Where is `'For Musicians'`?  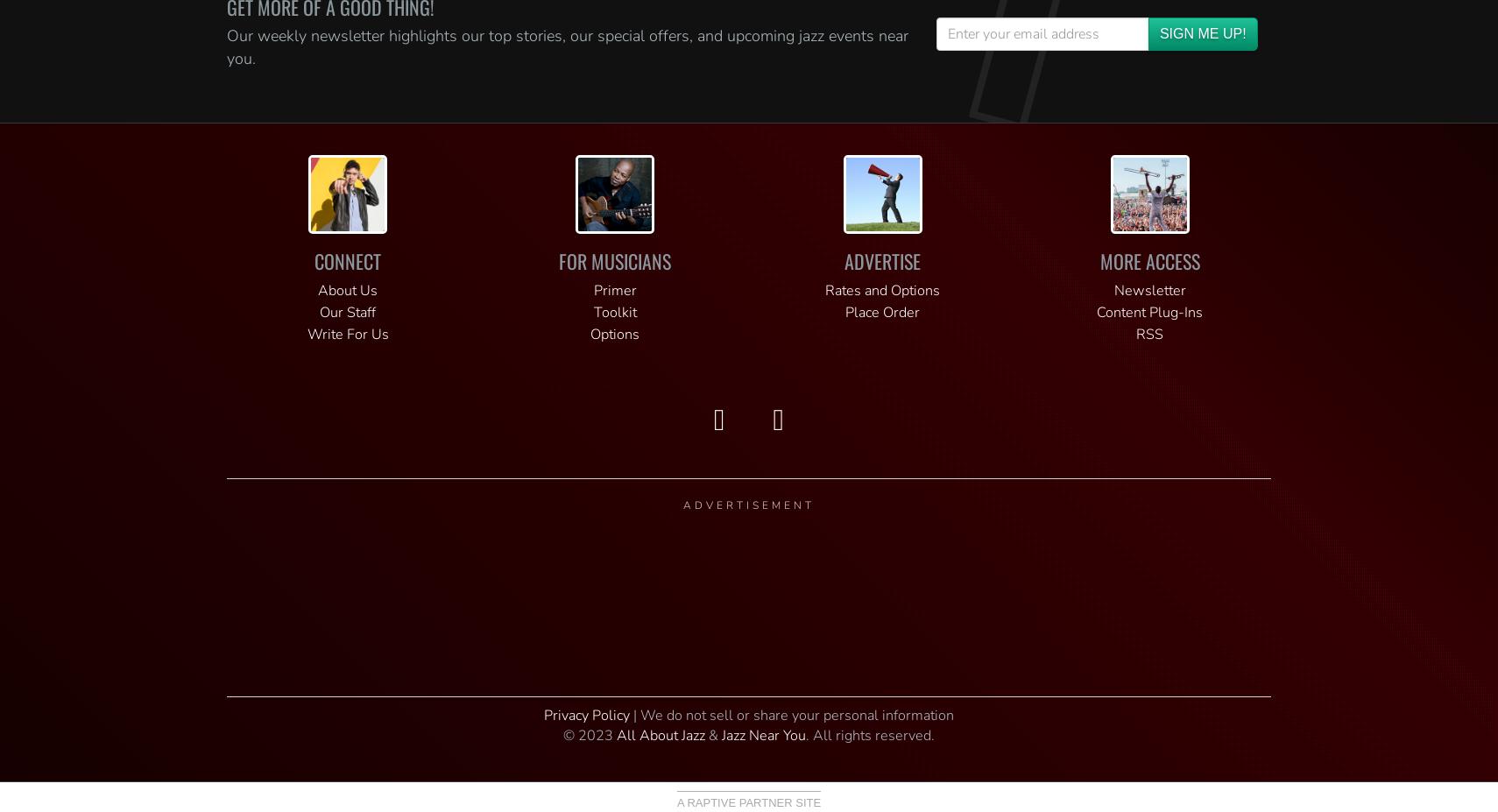
'For Musicians' is located at coordinates (559, 260).